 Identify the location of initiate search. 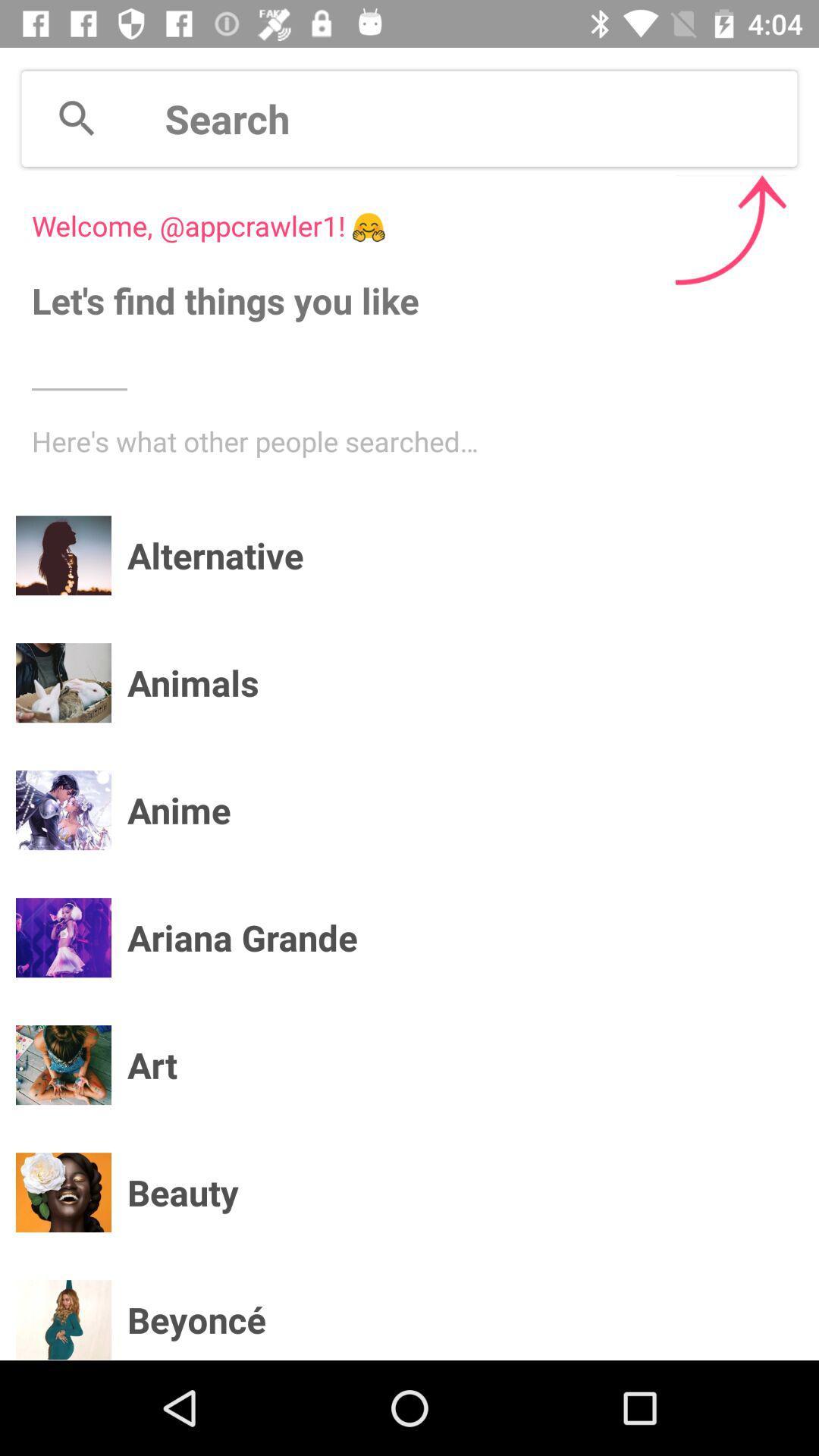
(77, 118).